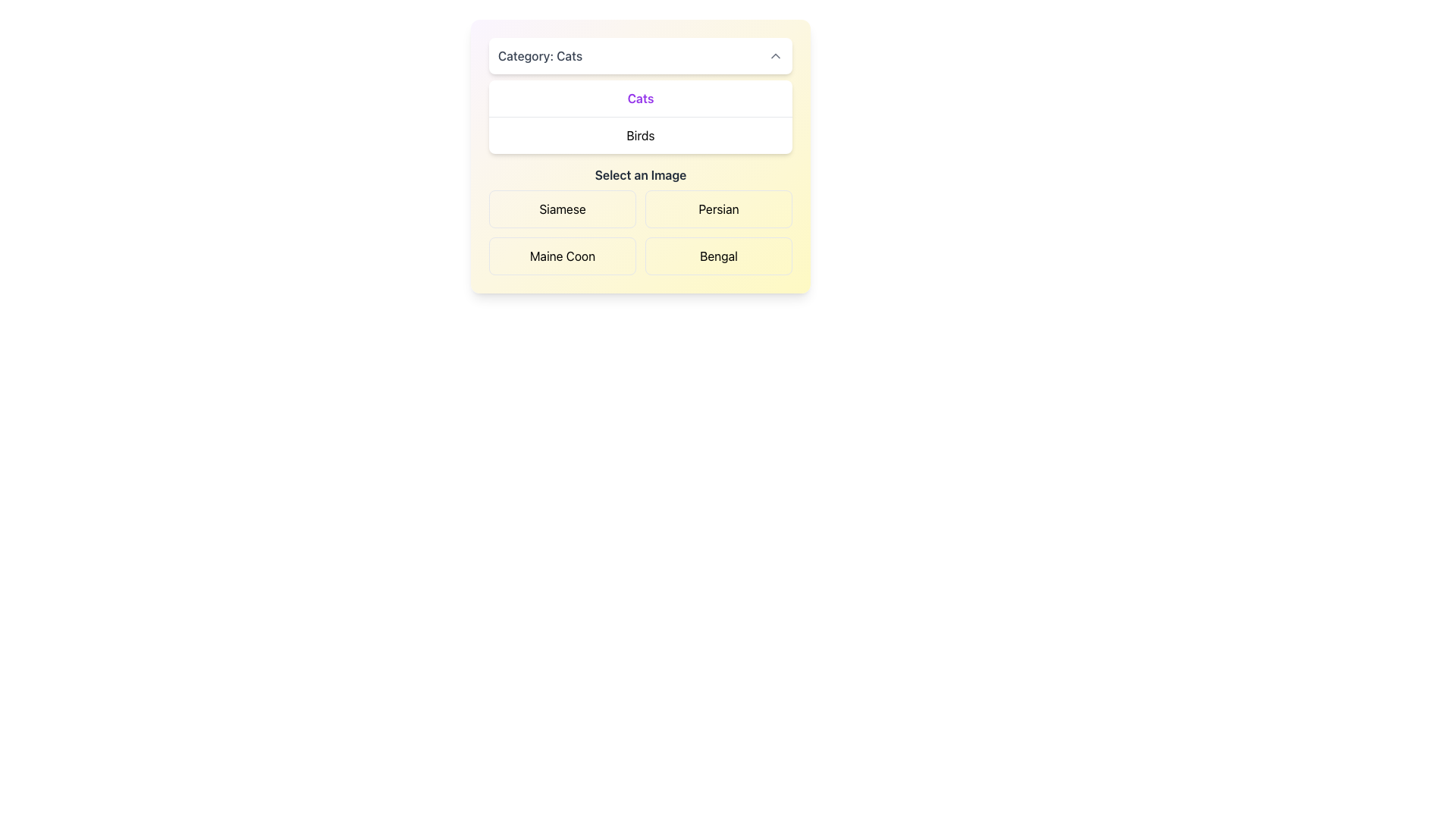  What do you see at coordinates (775, 55) in the screenshot?
I see `the upward-pointing chevron button in the top-right corner of the 'Category: Cats' header` at bounding box center [775, 55].